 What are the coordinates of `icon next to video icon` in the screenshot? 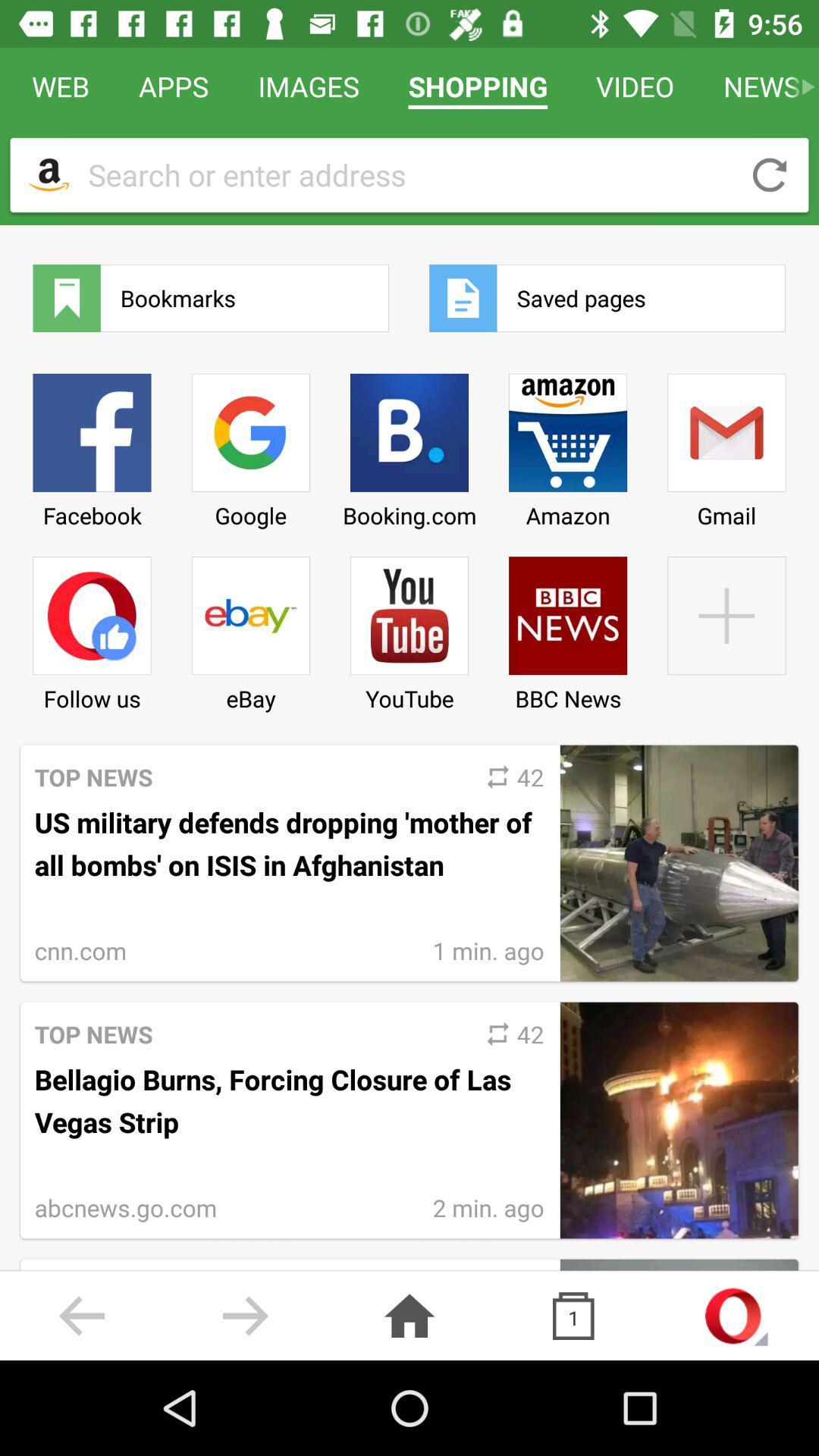 It's located at (478, 86).